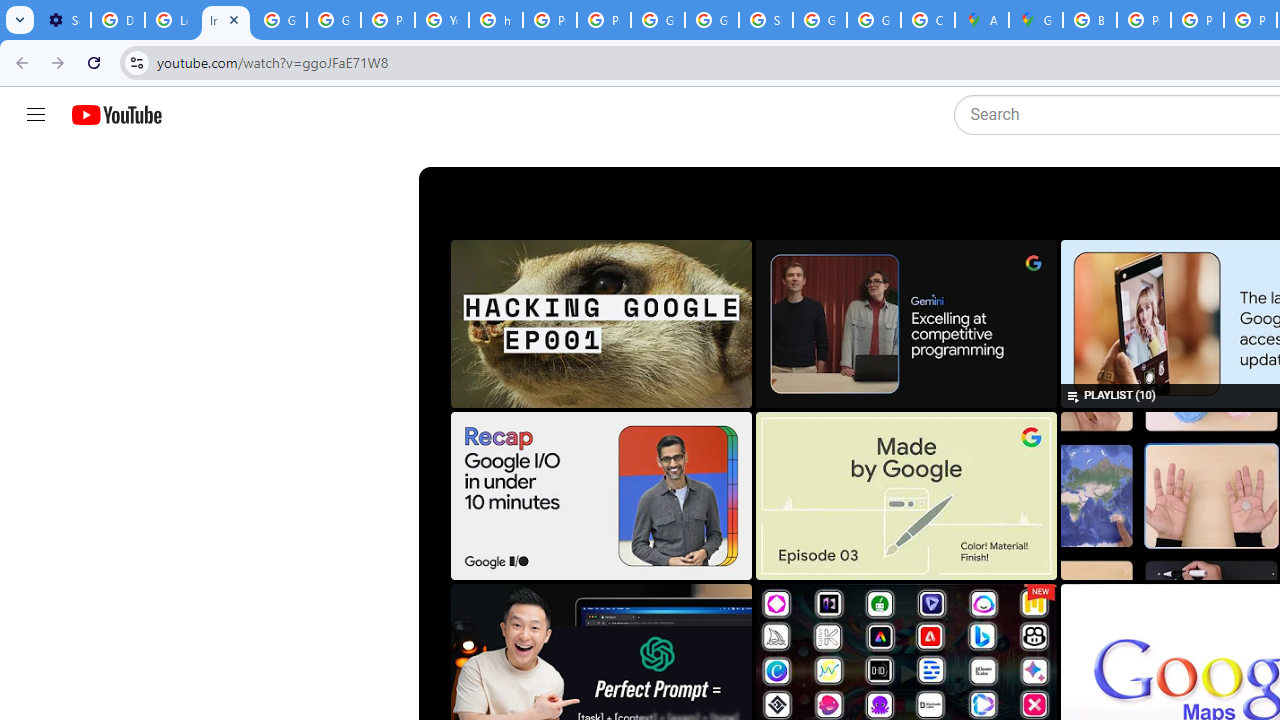 This screenshot has width=1280, height=720. What do you see at coordinates (927, 20) in the screenshot?
I see `'Create your Google Account'` at bounding box center [927, 20].